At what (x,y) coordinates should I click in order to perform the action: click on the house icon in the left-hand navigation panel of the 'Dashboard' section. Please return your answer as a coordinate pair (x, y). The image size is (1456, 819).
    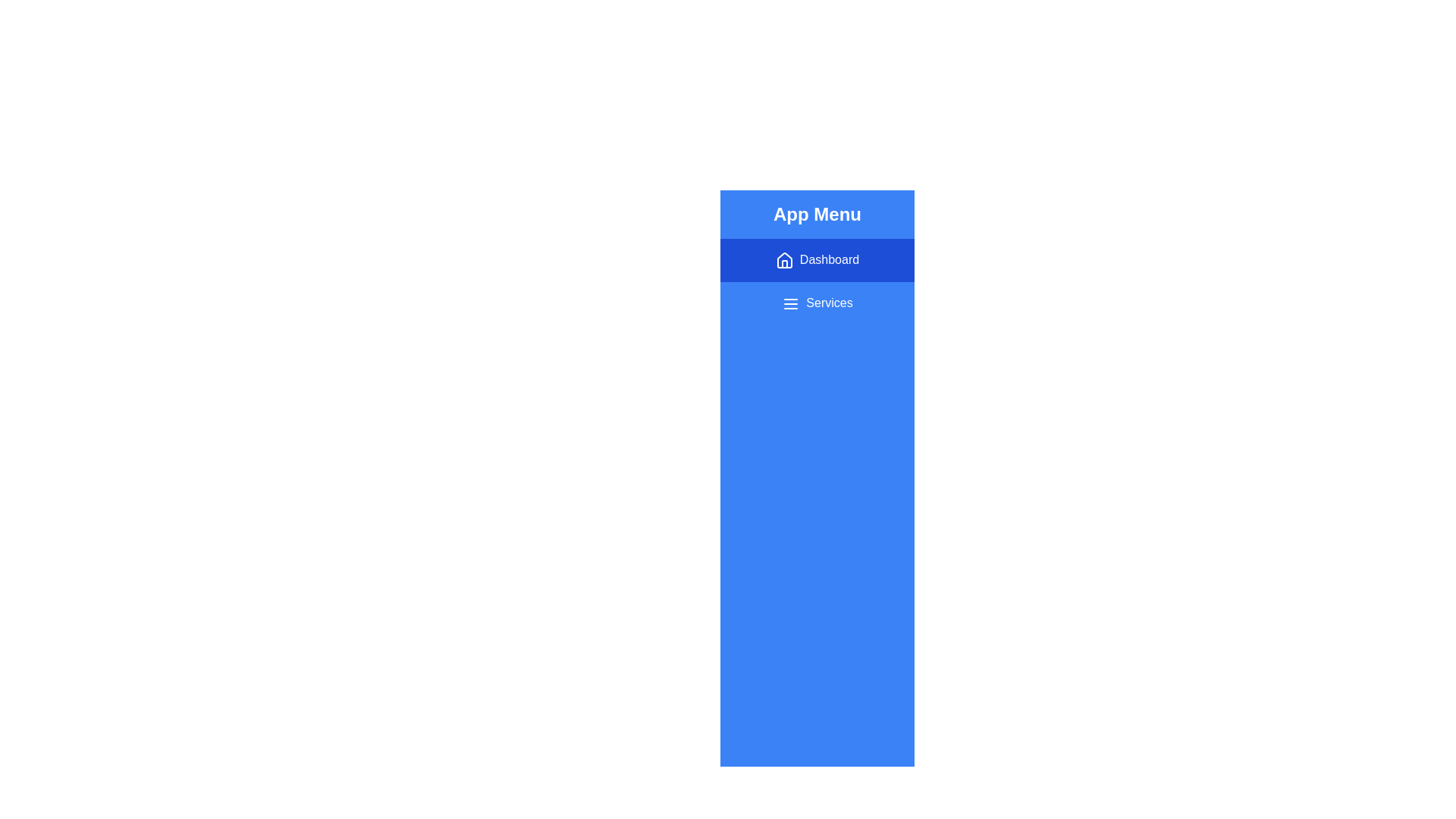
    Looking at the image, I should click on (784, 259).